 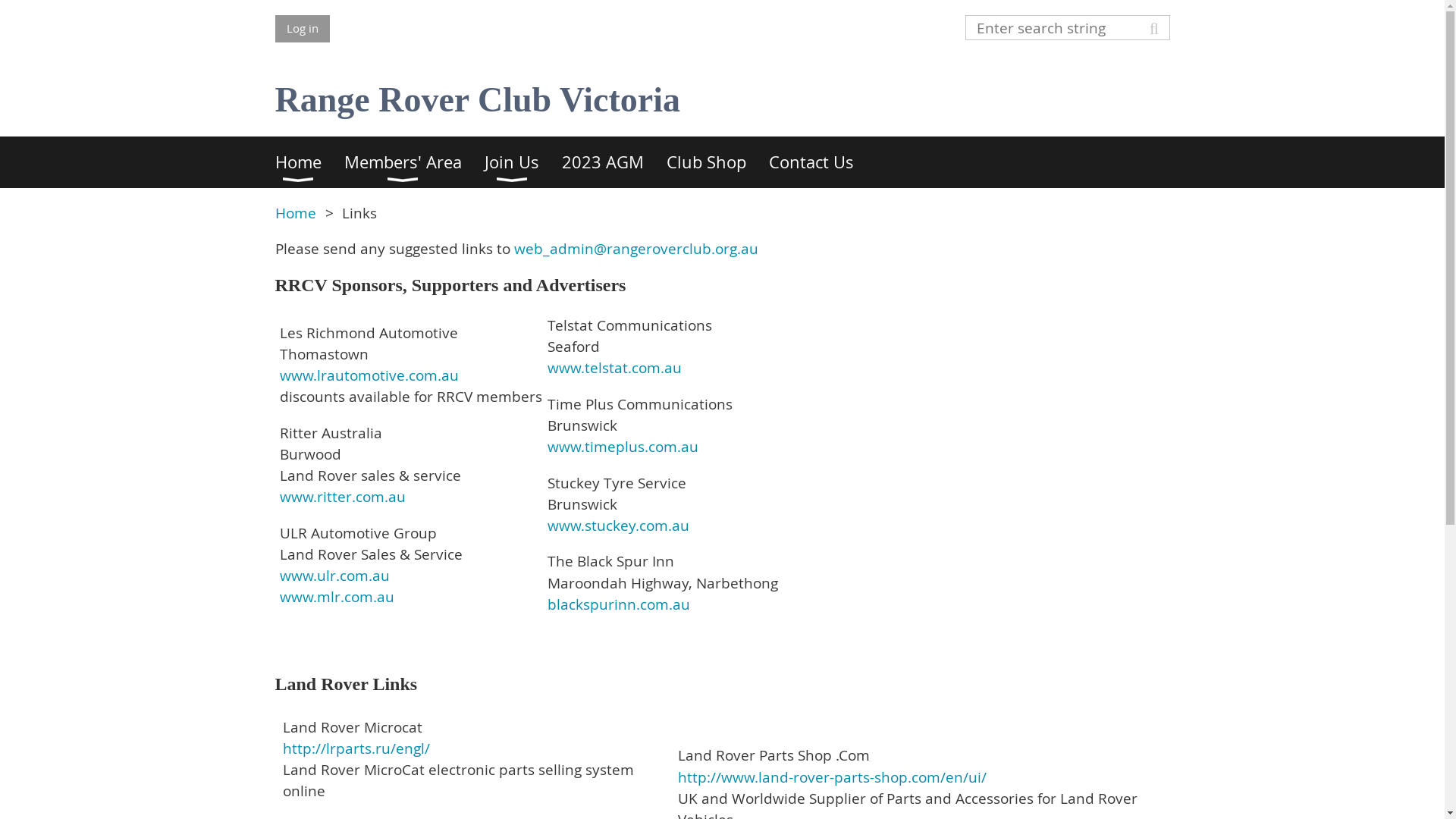 What do you see at coordinates (522, 162) in the screenshot?
I see `'Join Us'` at bounding box center [522, 162].